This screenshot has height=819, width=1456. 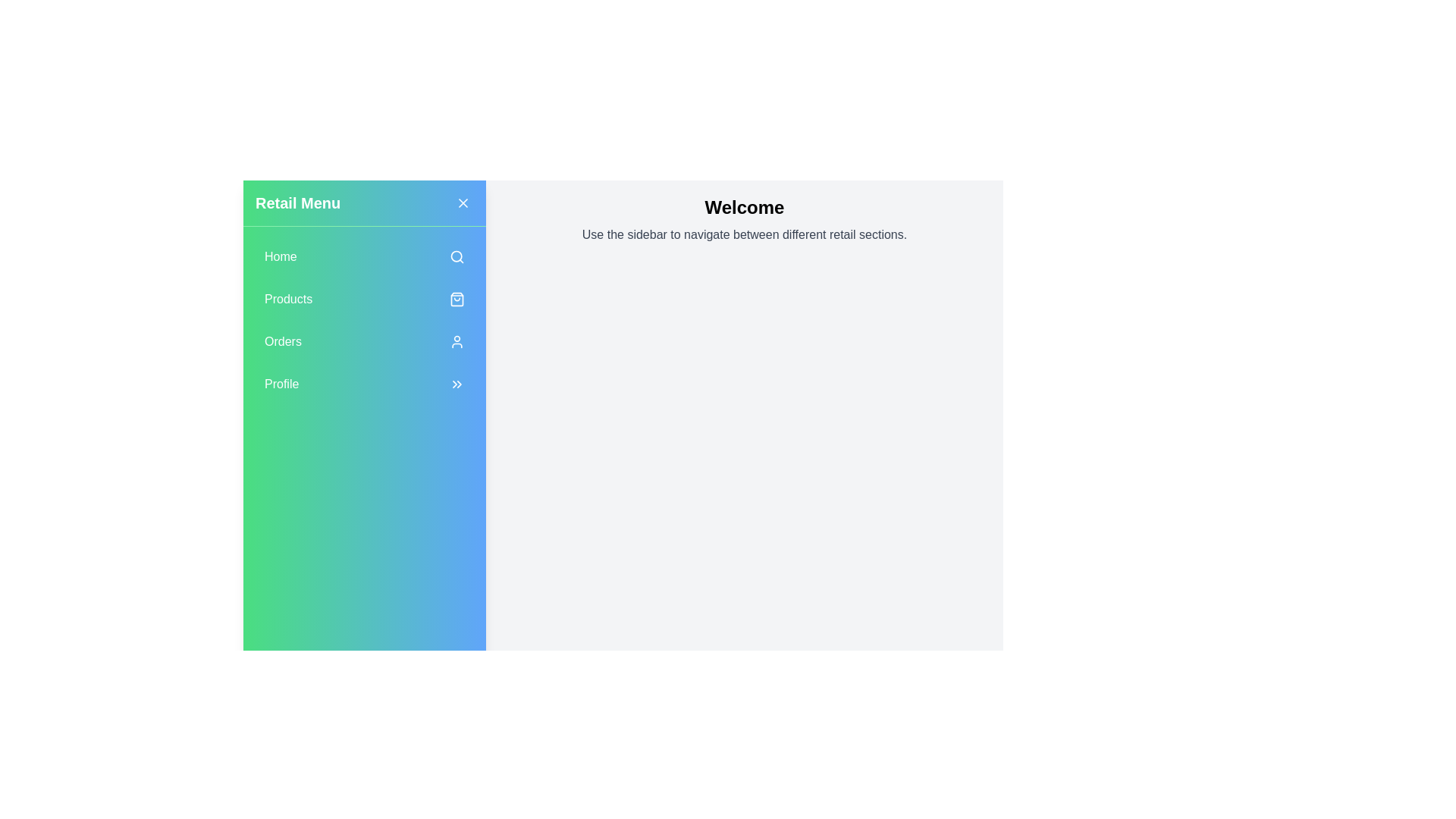 What do you see at coordinates (745, 207) in the screenshot?
I see `the title or greeting text element that introduces the content, positioned at the top of the central area of the interface` at bounding box center [745, 207].